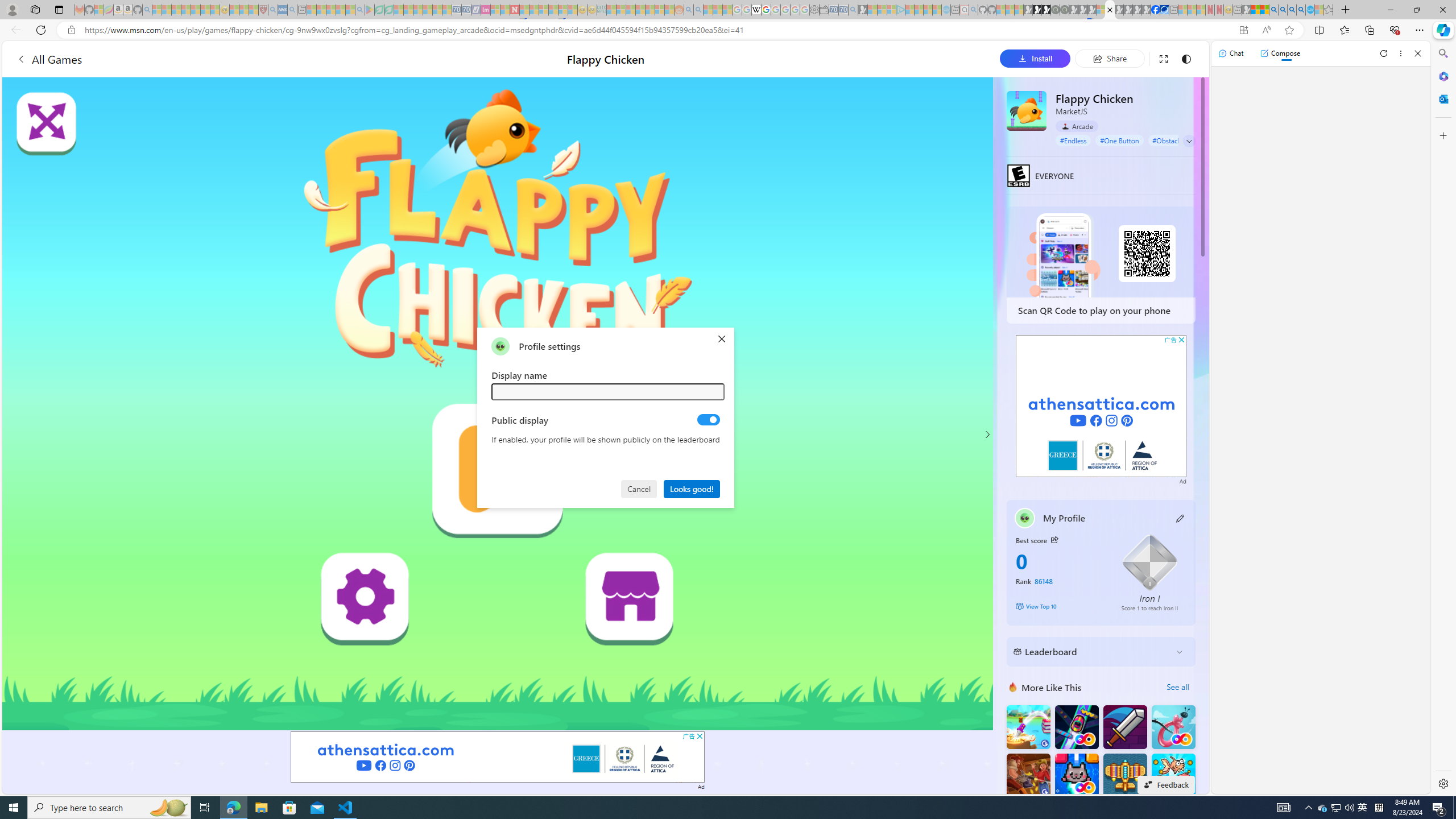 Image resolution: width=1456 pixels, height=819 pixels. Describe the element at coordinates (1163, 58) in the screenshot. I see `'Full screen'` at that location.